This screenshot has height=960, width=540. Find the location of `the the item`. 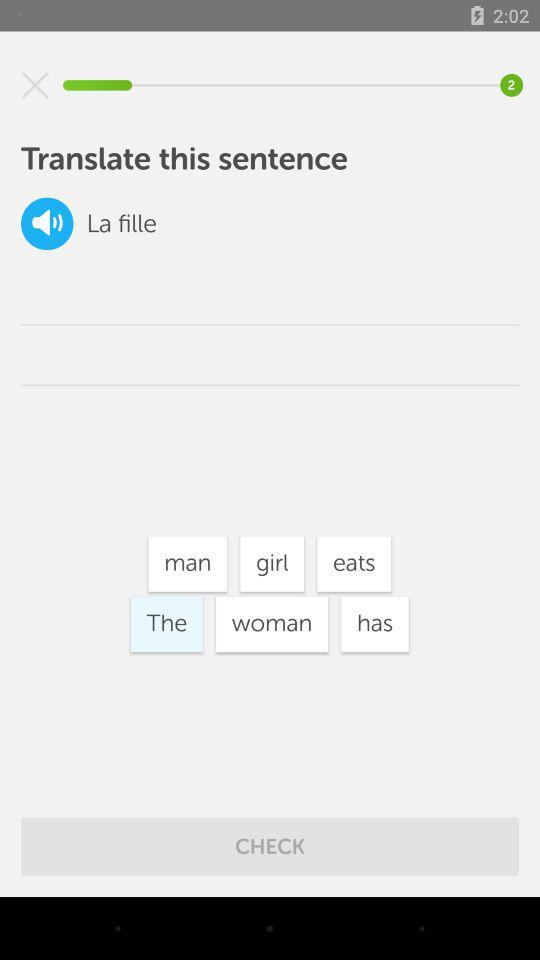

the the item is located at coordinates (165, 623).